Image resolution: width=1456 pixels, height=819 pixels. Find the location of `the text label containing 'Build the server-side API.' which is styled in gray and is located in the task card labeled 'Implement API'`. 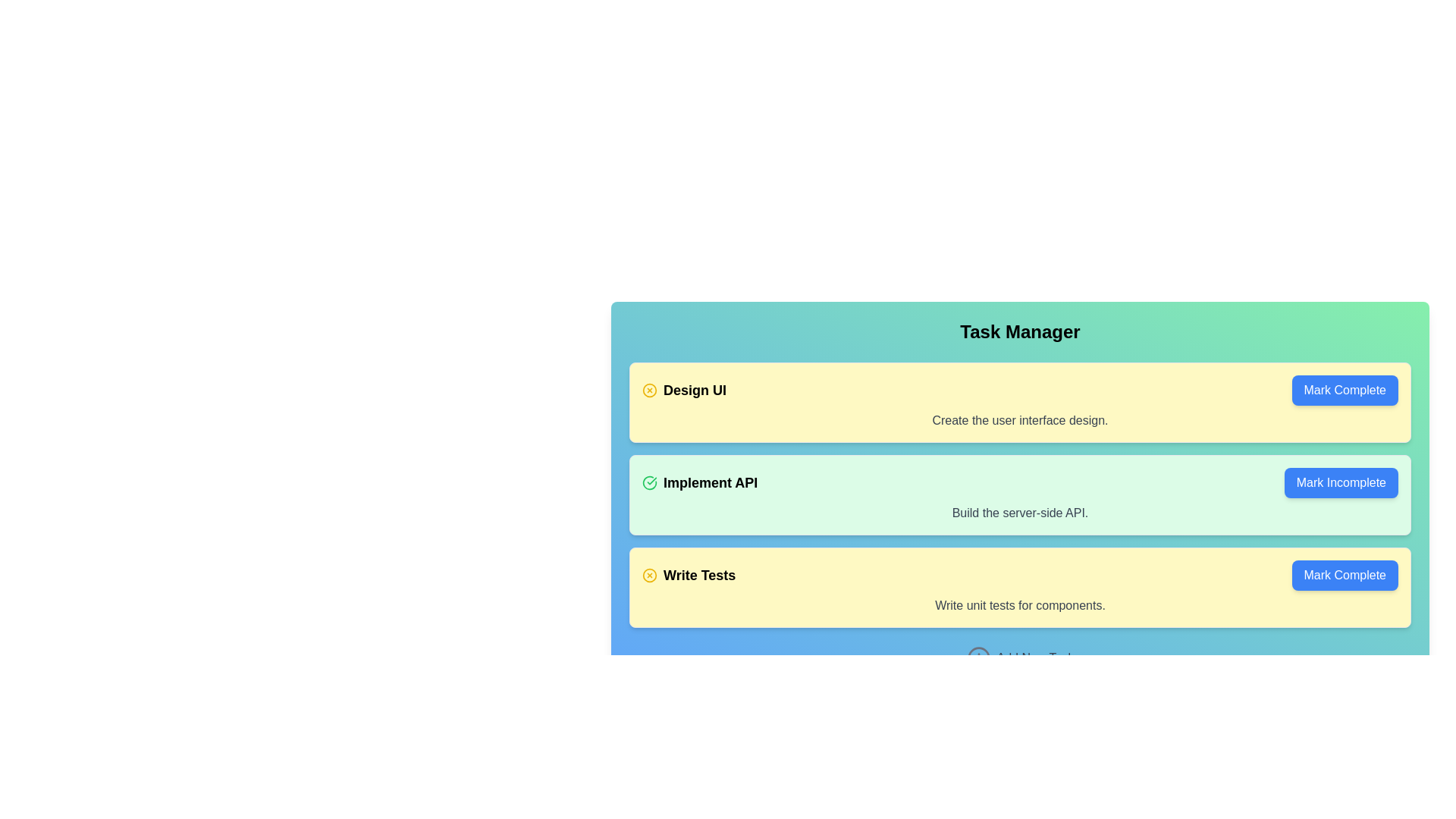

the text label containing 'Build the server-side API.' which is styled in gray and is located in the task card labeled 'Implement API' is located at coordinates (1020, 513).